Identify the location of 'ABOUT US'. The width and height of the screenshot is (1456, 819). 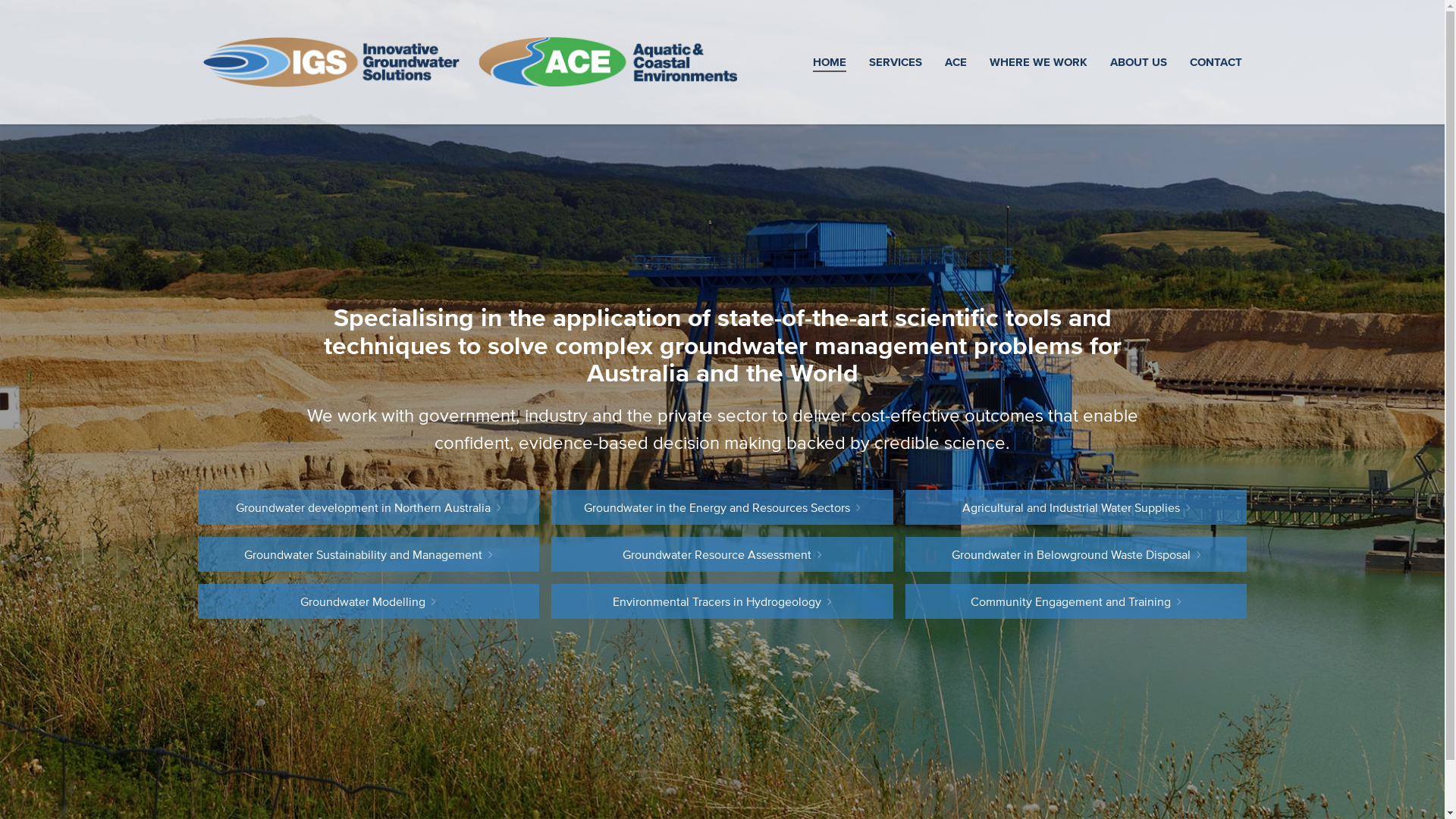
(1137, 61).